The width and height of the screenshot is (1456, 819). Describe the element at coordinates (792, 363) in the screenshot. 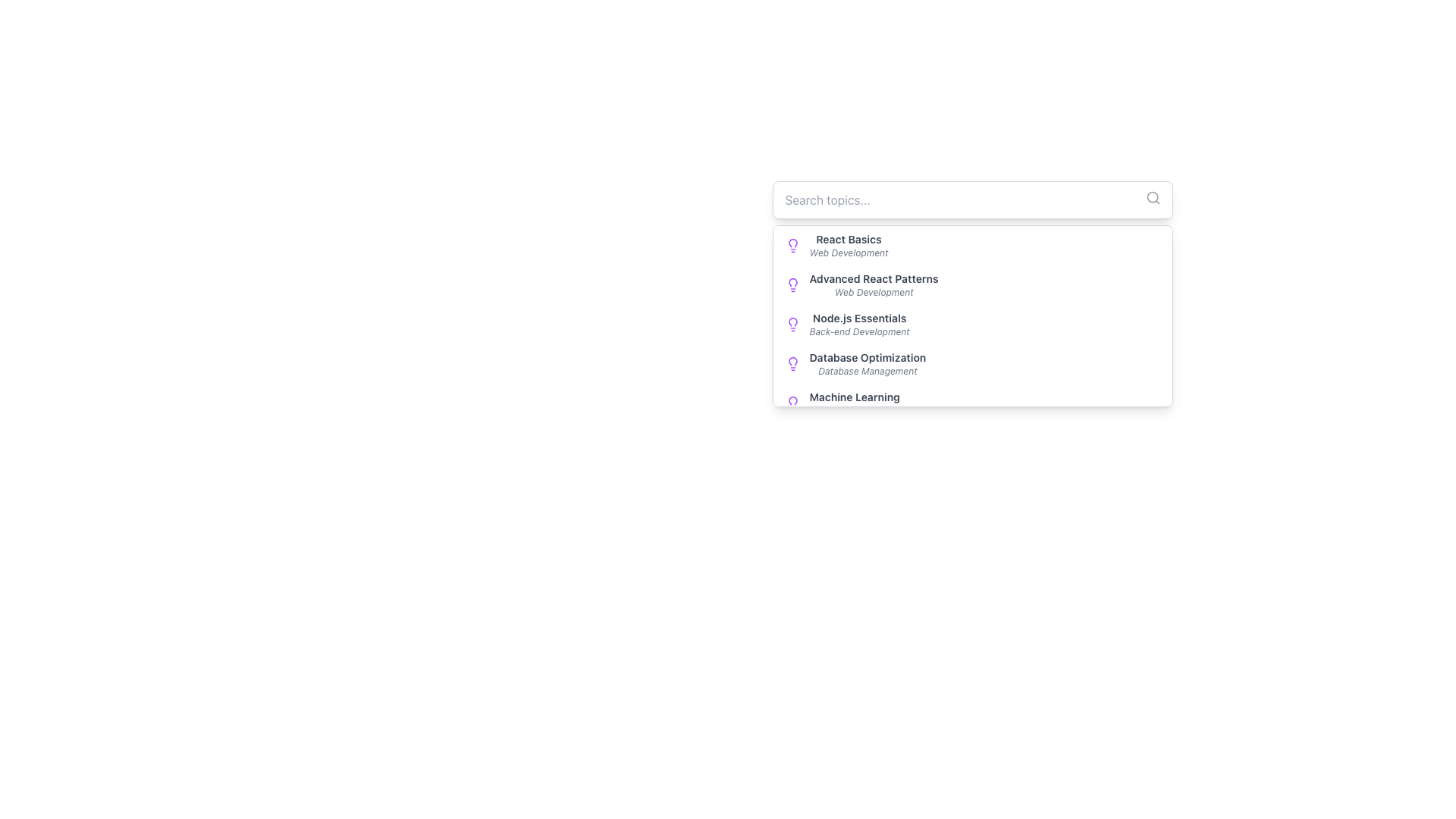

I see `the icon located` at that location.